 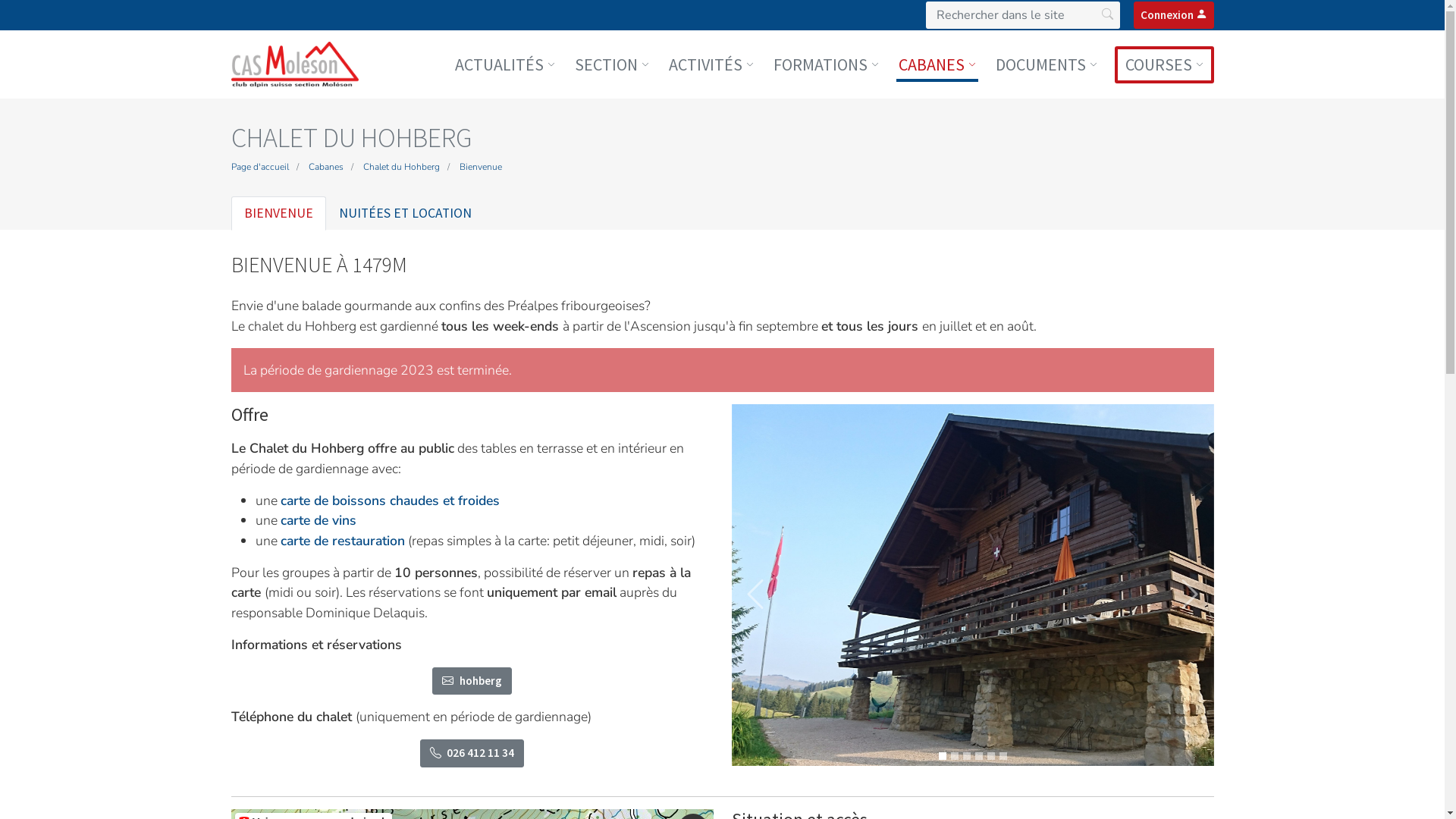 I want to click on 'FORMATIONS', so click(x=770, y=63).